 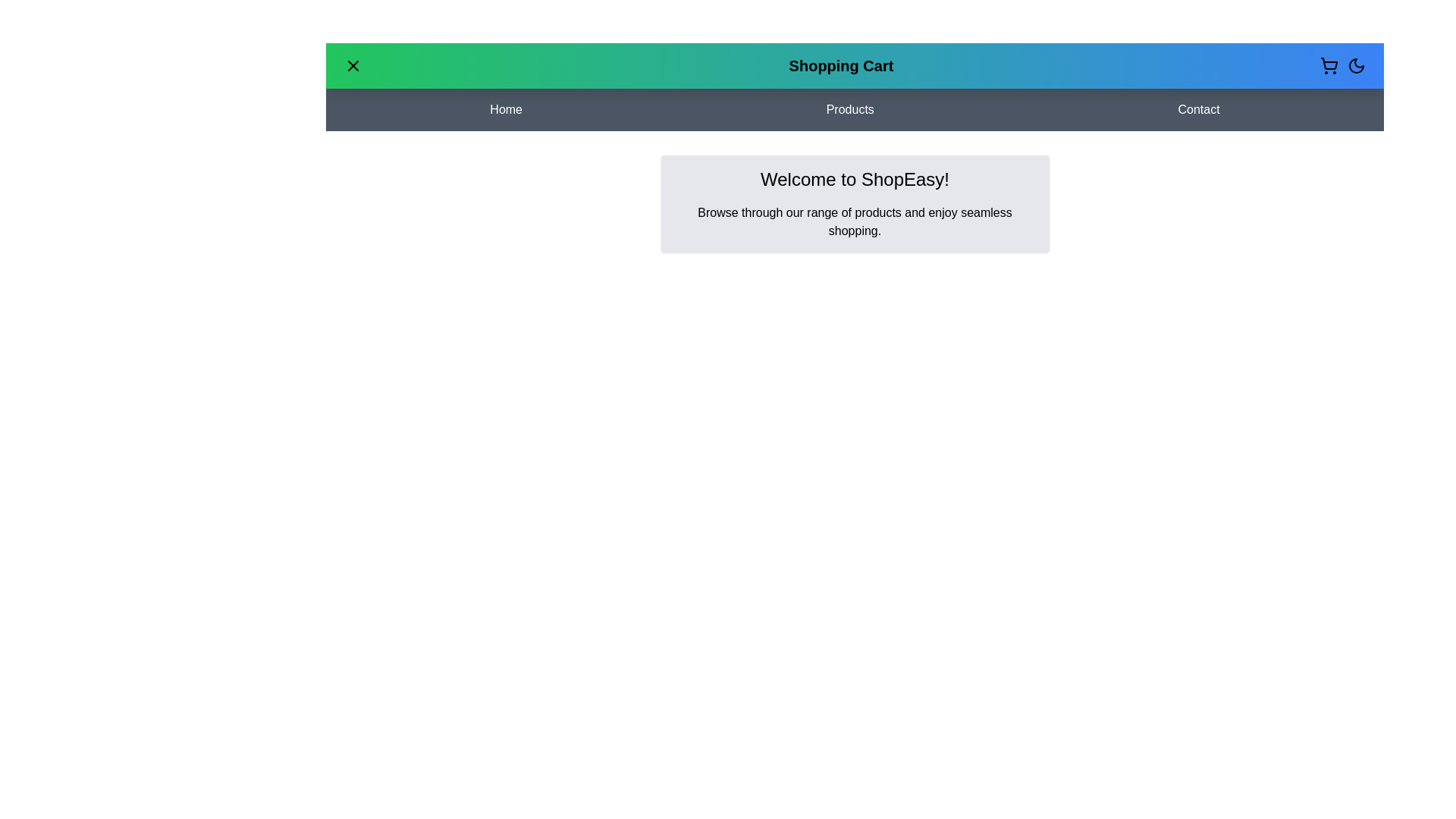 What do you see at coordinates (1328, 65) in the screenshot?
I see `the shopping cart icon in the app bar` at bounding box center [1328, 65].